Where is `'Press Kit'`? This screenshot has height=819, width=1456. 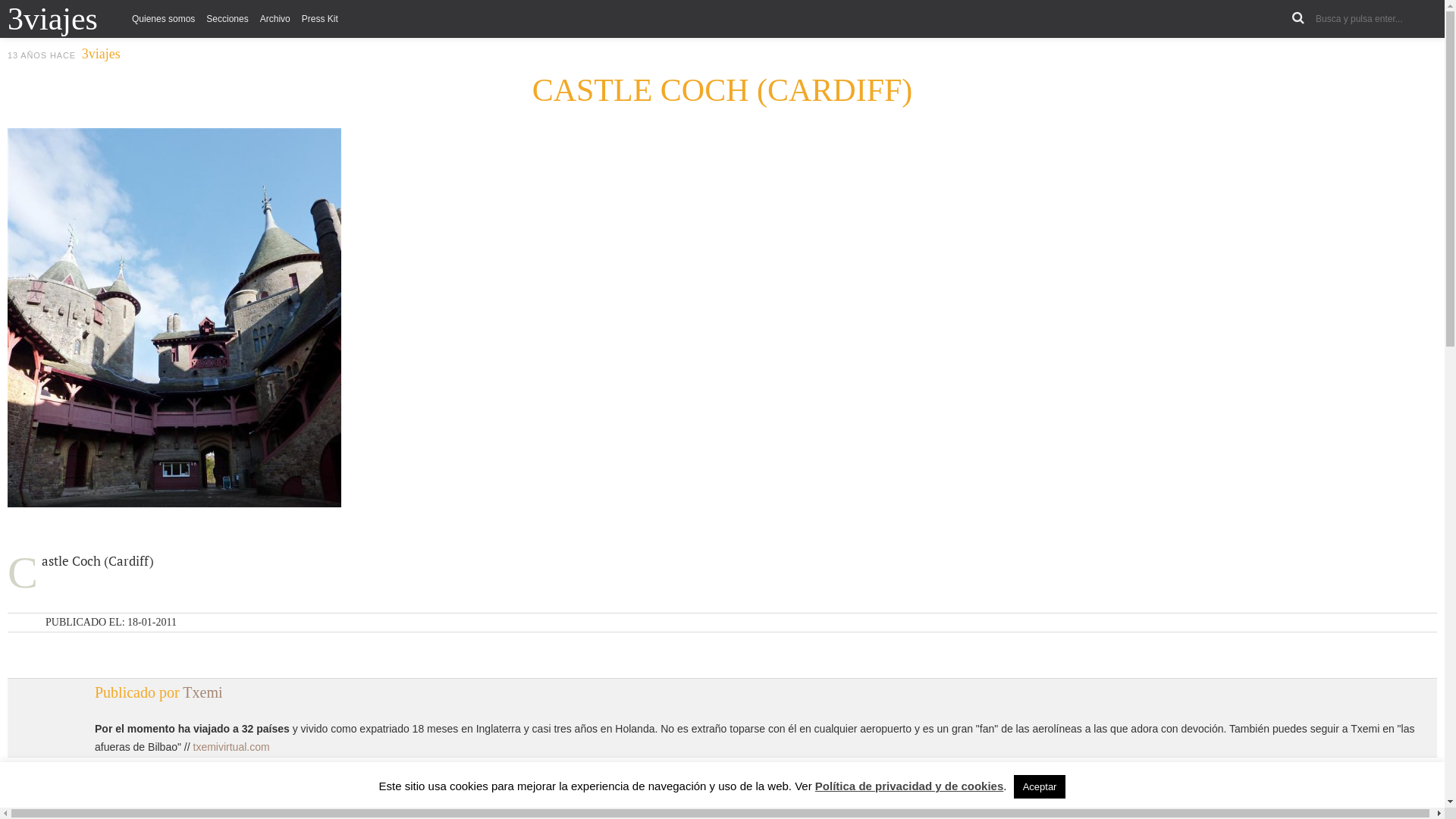 'Press Kit' is located at coordinates (319, 18).